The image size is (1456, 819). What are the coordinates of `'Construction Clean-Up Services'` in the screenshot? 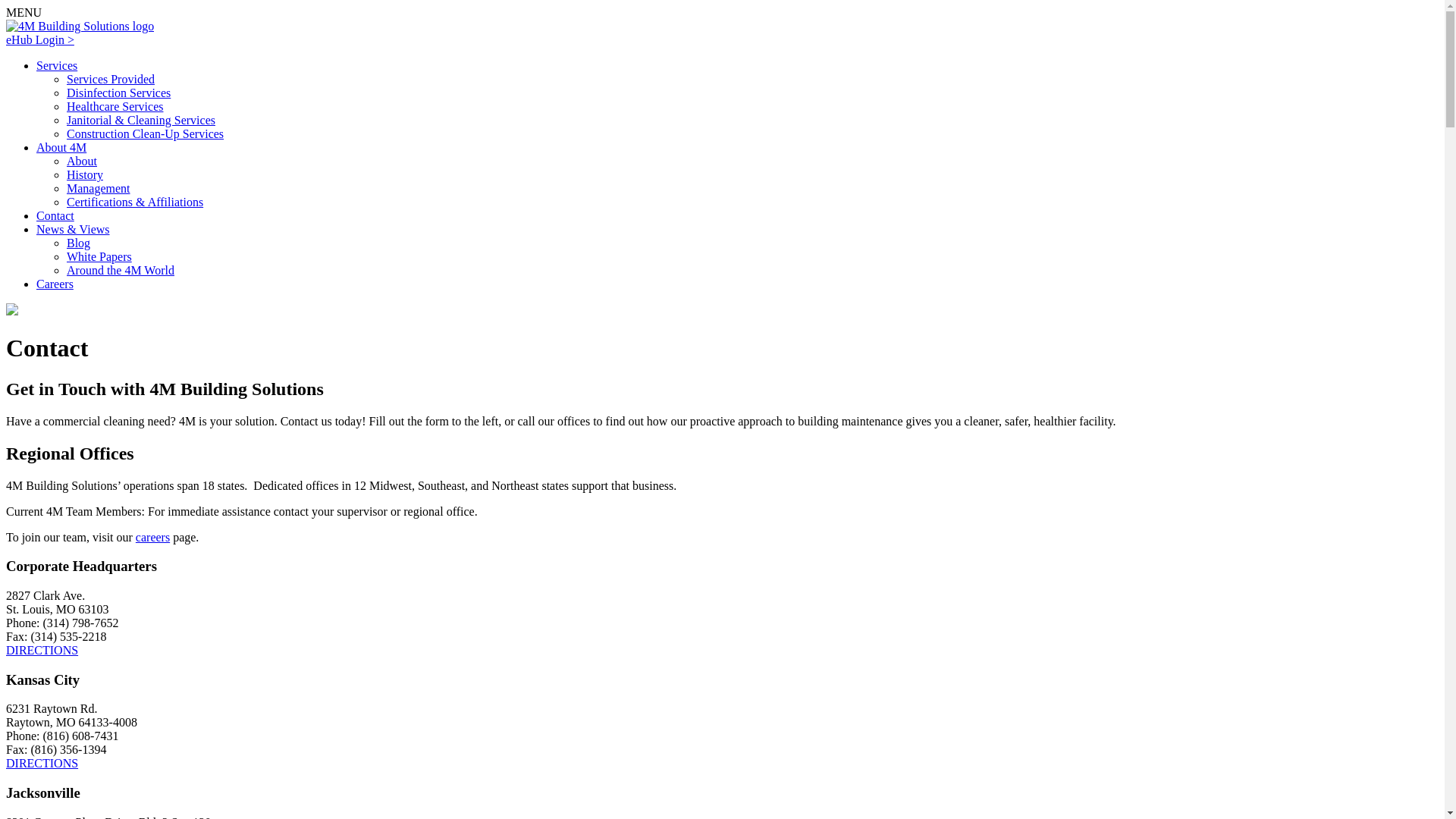 It's located at (145, 133).